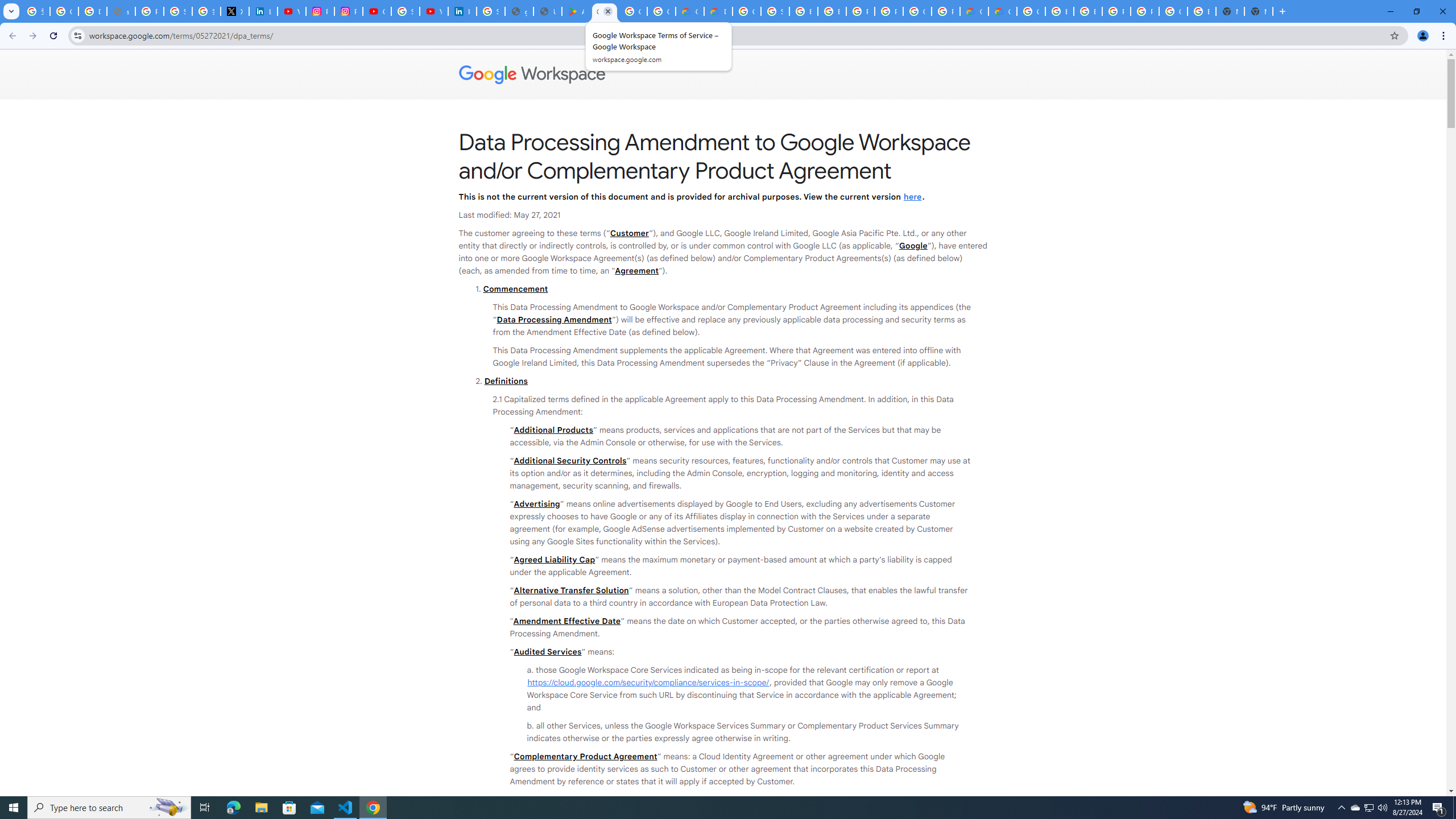  Describe the element at coordinates (292, 11) in the screenshot. I see `'YouTube Content Monetization Policies - How YouTube Works'` at that location.